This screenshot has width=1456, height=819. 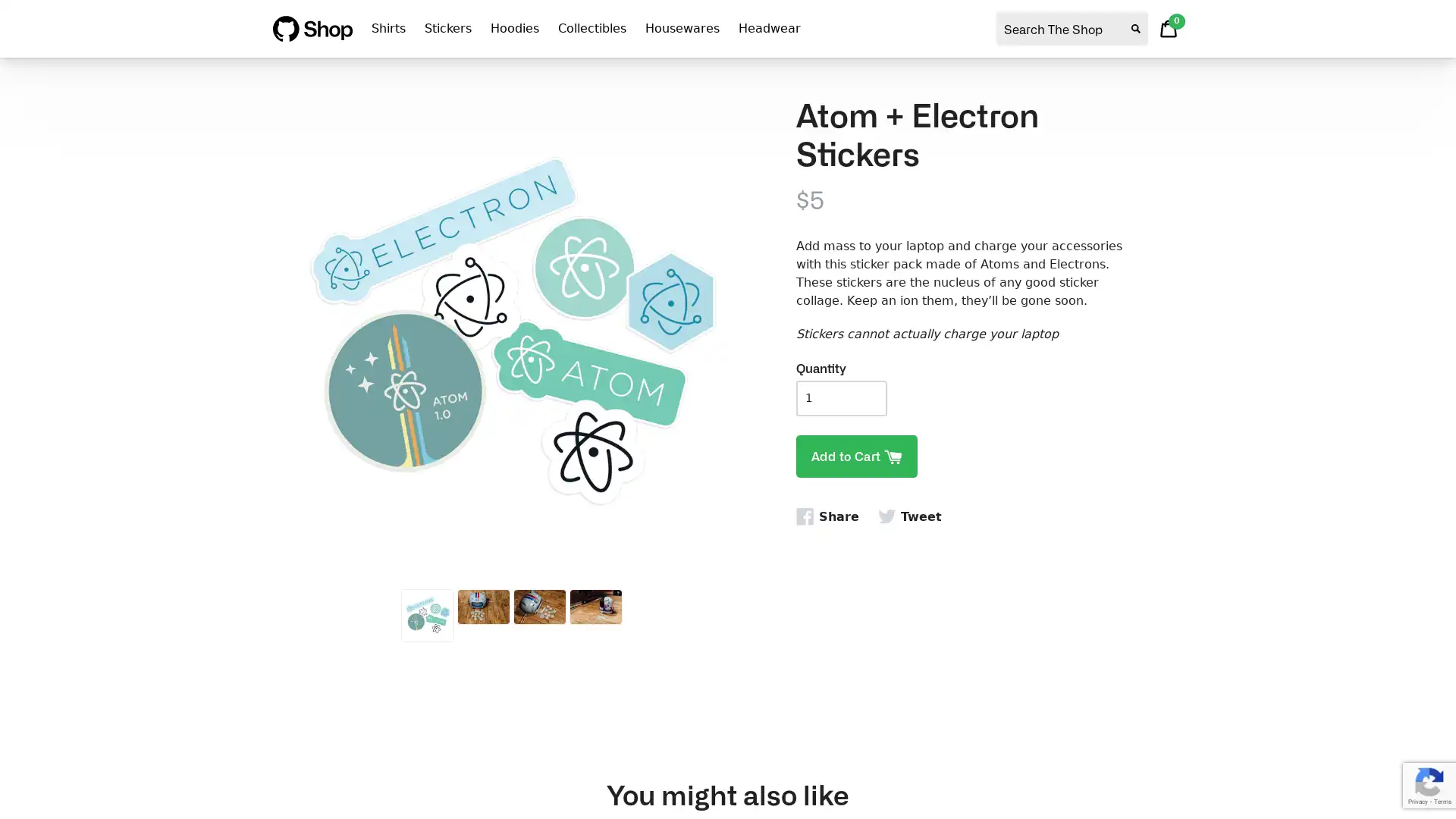 I want to click on Add to Cart, so click(x=856, y=455).